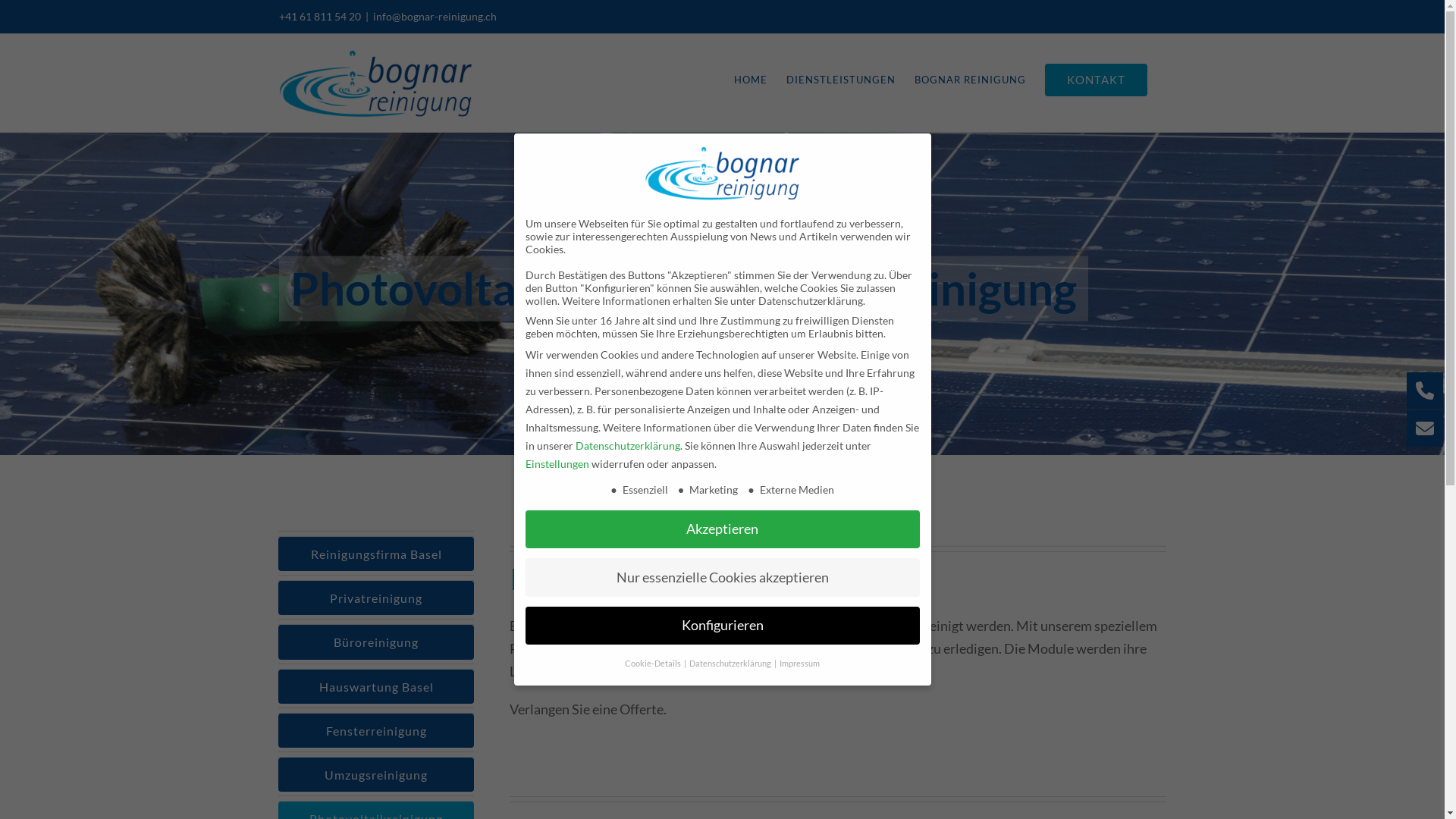  Describe the element at coordinates (375, 597) in the screenshot. I see `'Privatreinigung'` at that location.